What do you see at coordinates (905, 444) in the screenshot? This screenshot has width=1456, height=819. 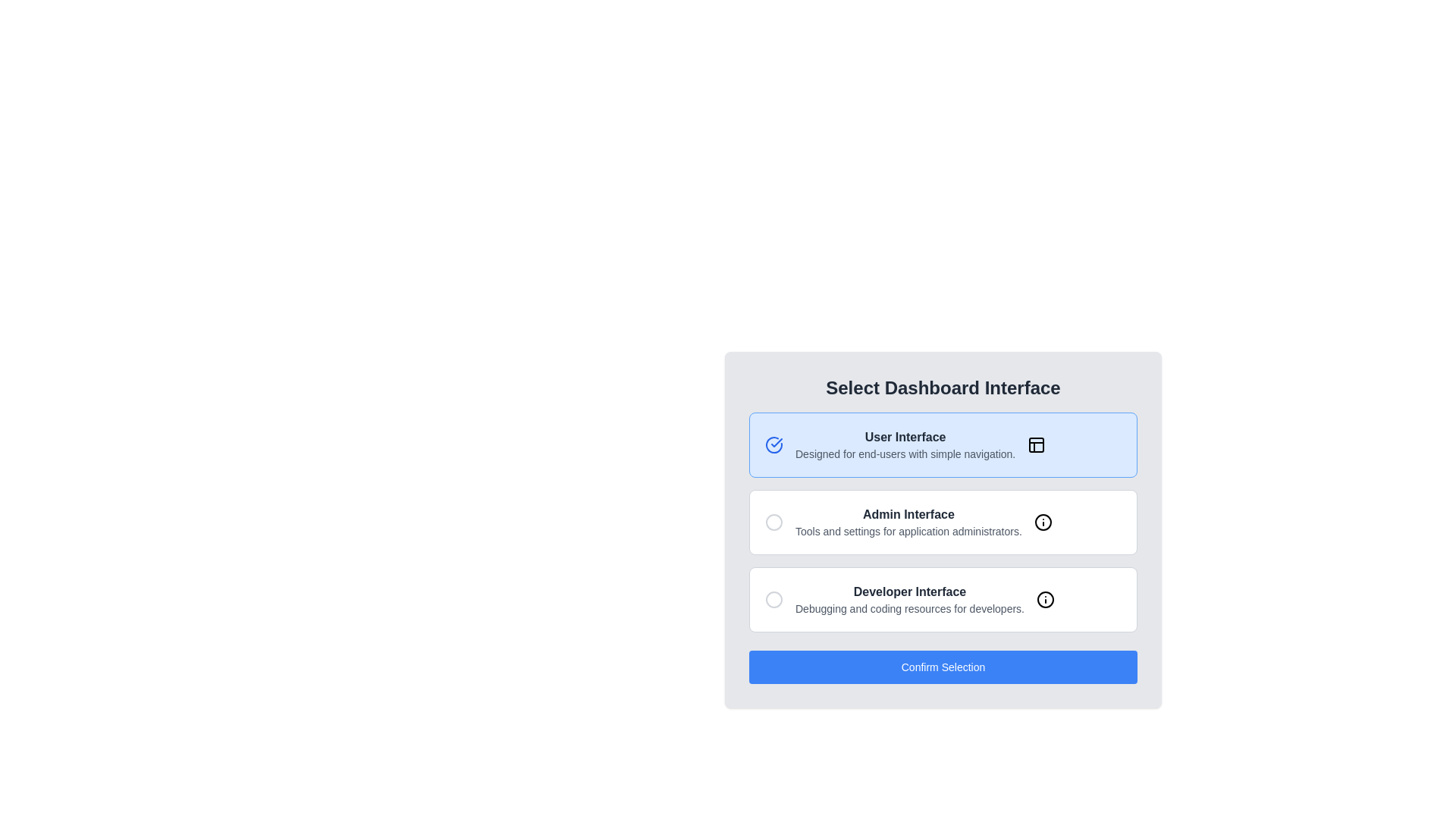 I see `the 'User Interface' text block element, which features bold text and a light blue background, located at the top of the selectable interface options` at bounding box center [905, 444].